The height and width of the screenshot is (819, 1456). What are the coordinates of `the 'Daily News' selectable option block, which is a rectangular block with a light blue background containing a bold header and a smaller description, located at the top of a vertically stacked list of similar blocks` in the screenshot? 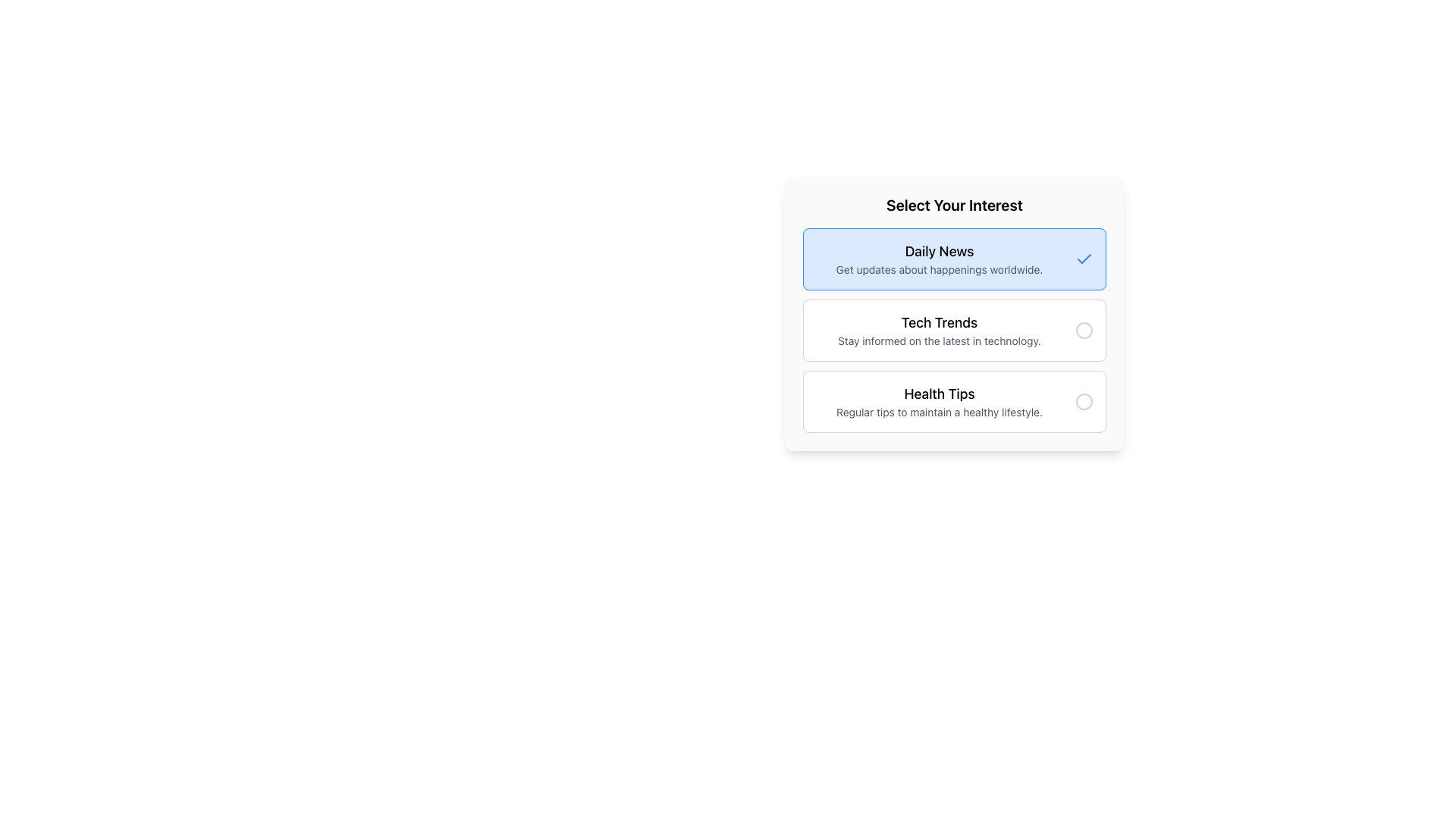 It's located at (953, 259).